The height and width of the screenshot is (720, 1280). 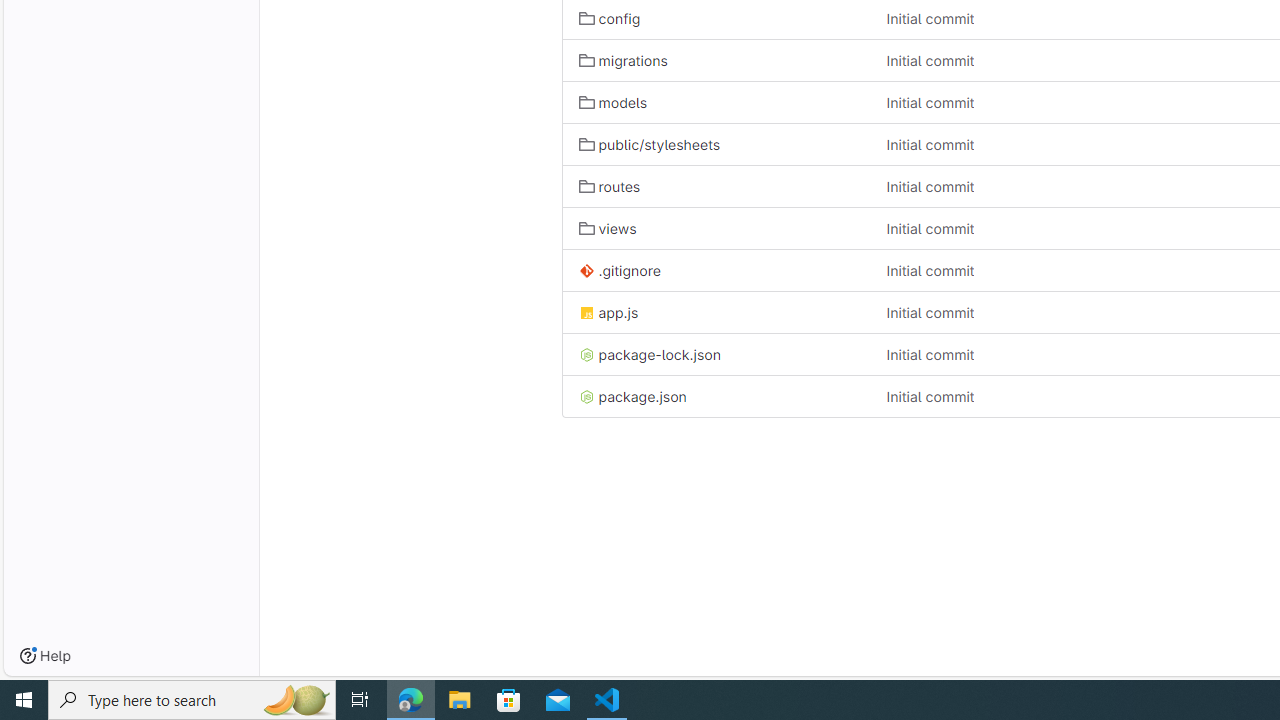 I want to click on 'package.json', so click(x=716, y=396).